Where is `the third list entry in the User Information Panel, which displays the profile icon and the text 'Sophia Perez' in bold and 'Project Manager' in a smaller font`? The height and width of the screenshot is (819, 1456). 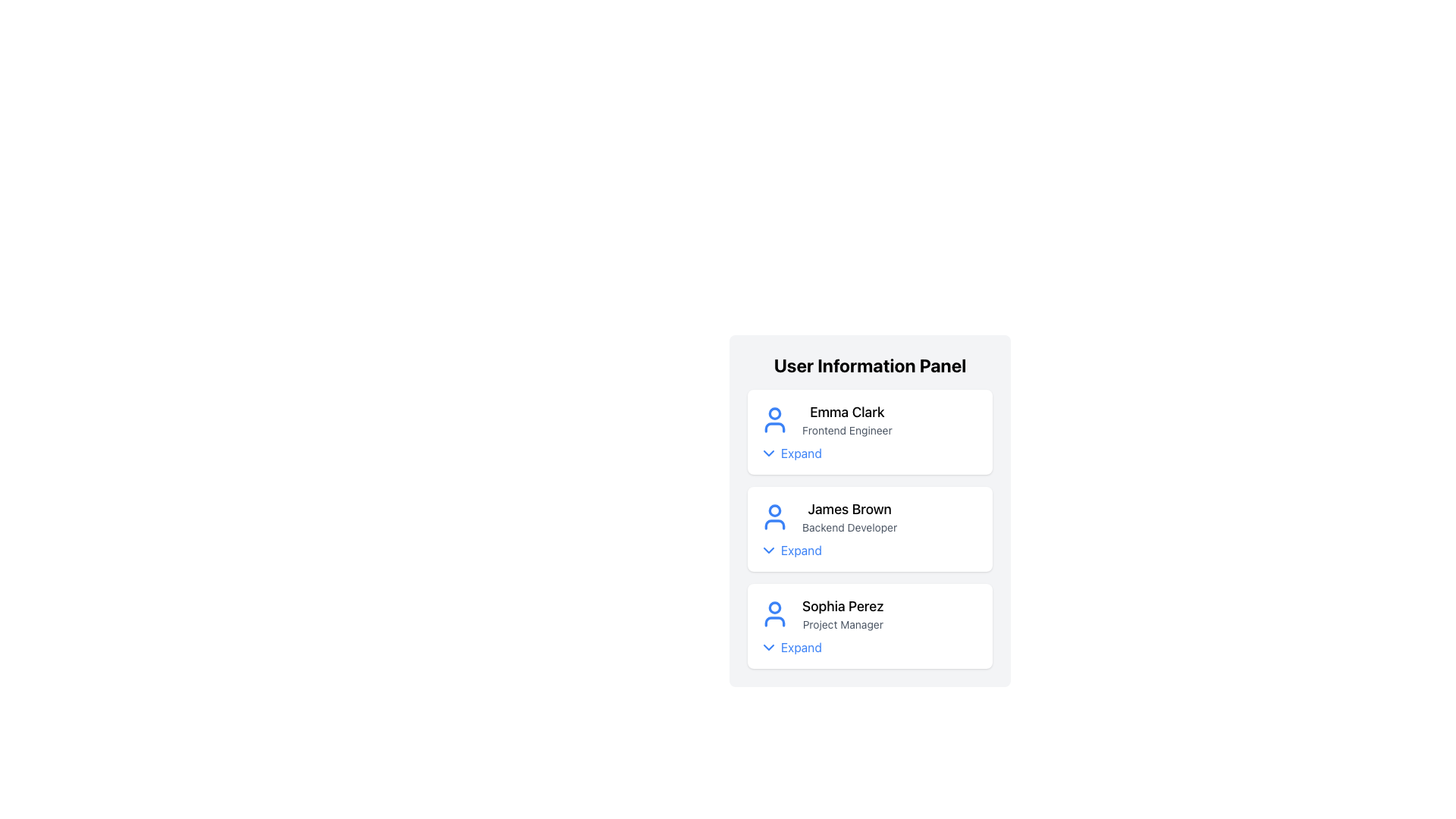
the third list entry in the User Information Panel, which displays the profile icon and the text 'Sophia Perez' in bold and 'Project Manager' in a smaller font is located at coordinates (870, 614).